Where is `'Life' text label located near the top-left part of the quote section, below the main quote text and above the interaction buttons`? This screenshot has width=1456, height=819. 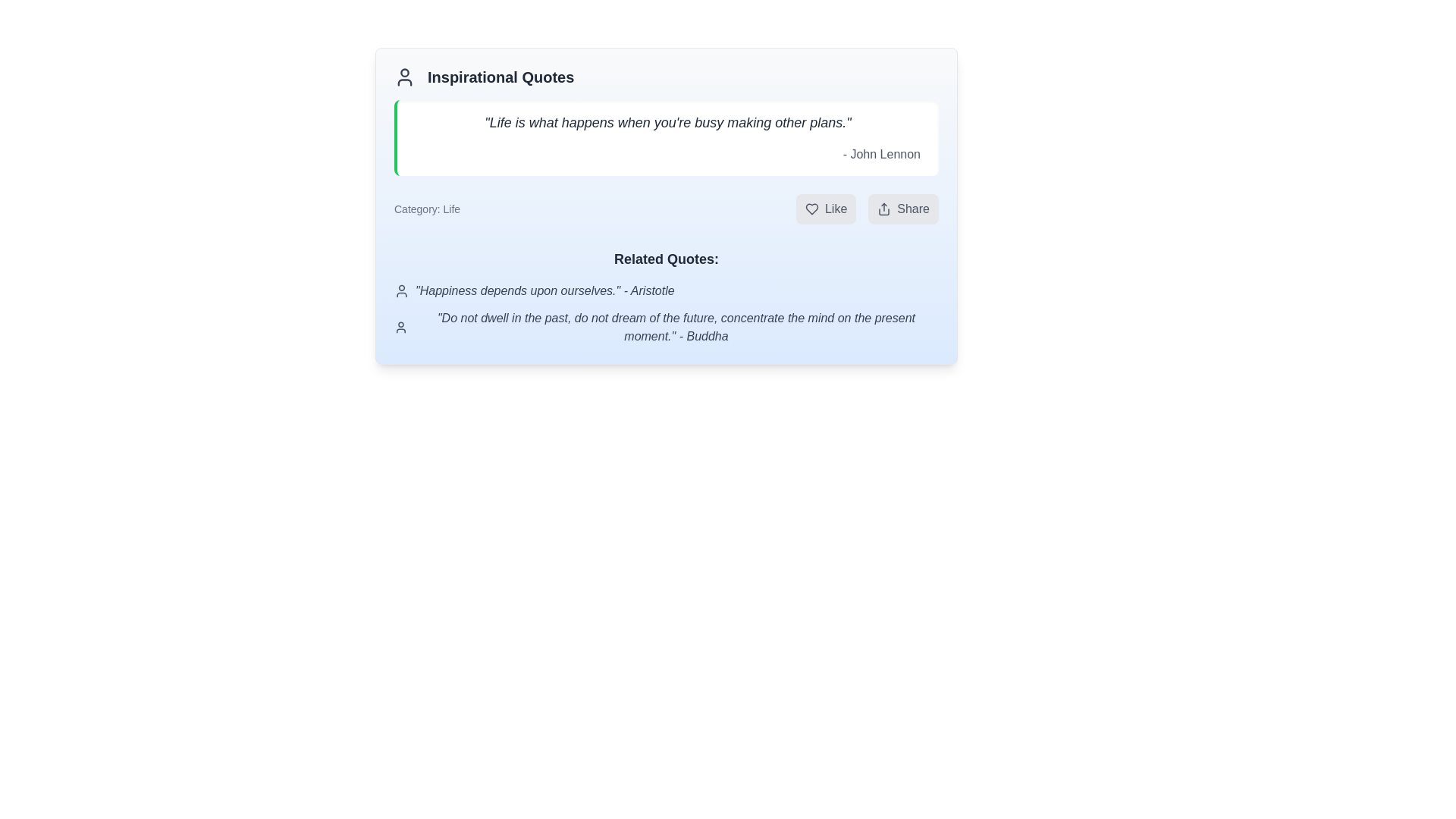 'Life' text label located near the top-left part of the quote section, below the main quote text and above the interaction buttons is located at coordinates (426, 209).